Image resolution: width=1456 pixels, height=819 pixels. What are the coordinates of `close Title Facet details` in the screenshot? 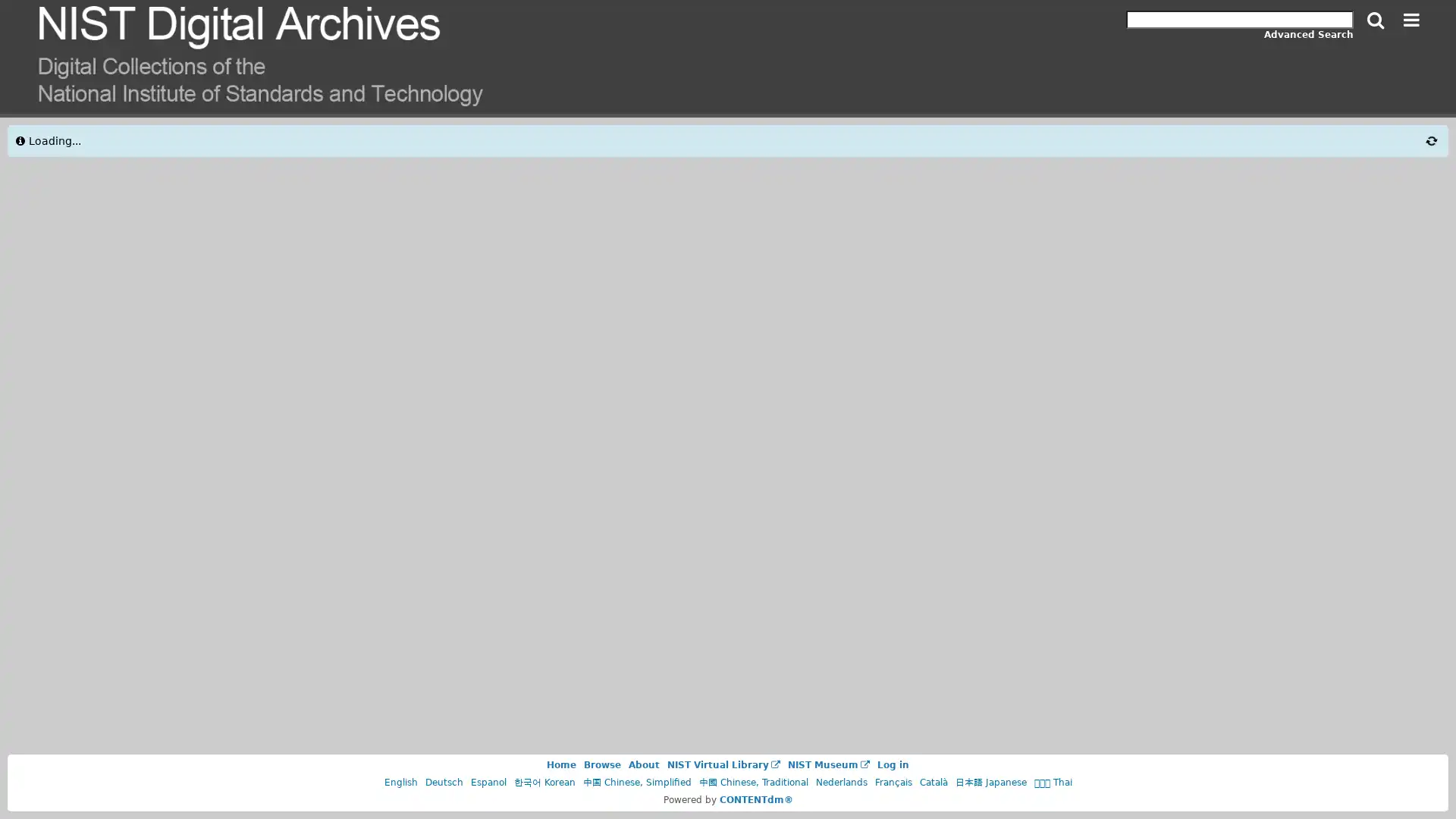 It's located at (36, 389).